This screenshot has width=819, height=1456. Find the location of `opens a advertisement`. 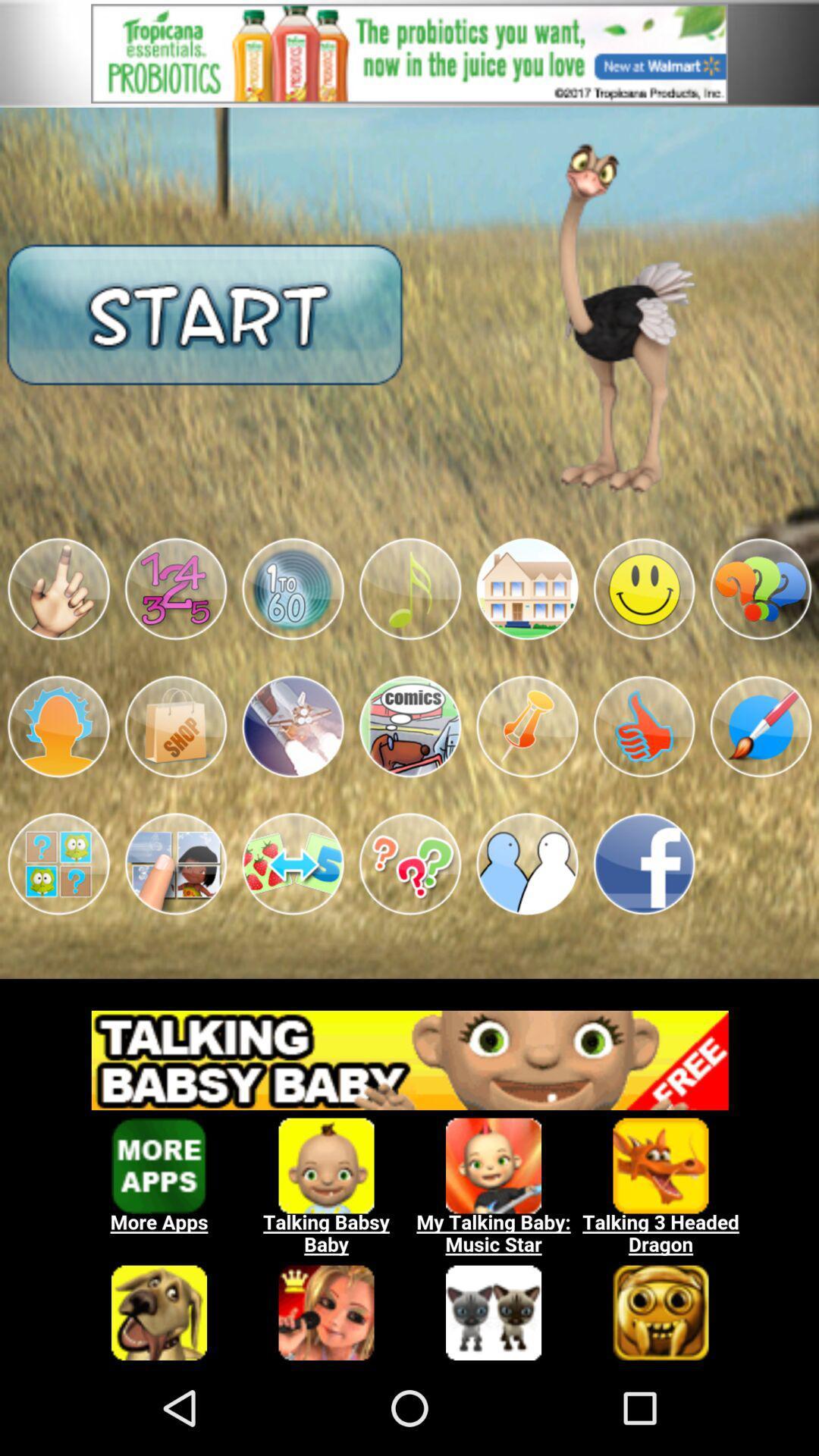

opens a advertisement is located at coordinates (409, 53).